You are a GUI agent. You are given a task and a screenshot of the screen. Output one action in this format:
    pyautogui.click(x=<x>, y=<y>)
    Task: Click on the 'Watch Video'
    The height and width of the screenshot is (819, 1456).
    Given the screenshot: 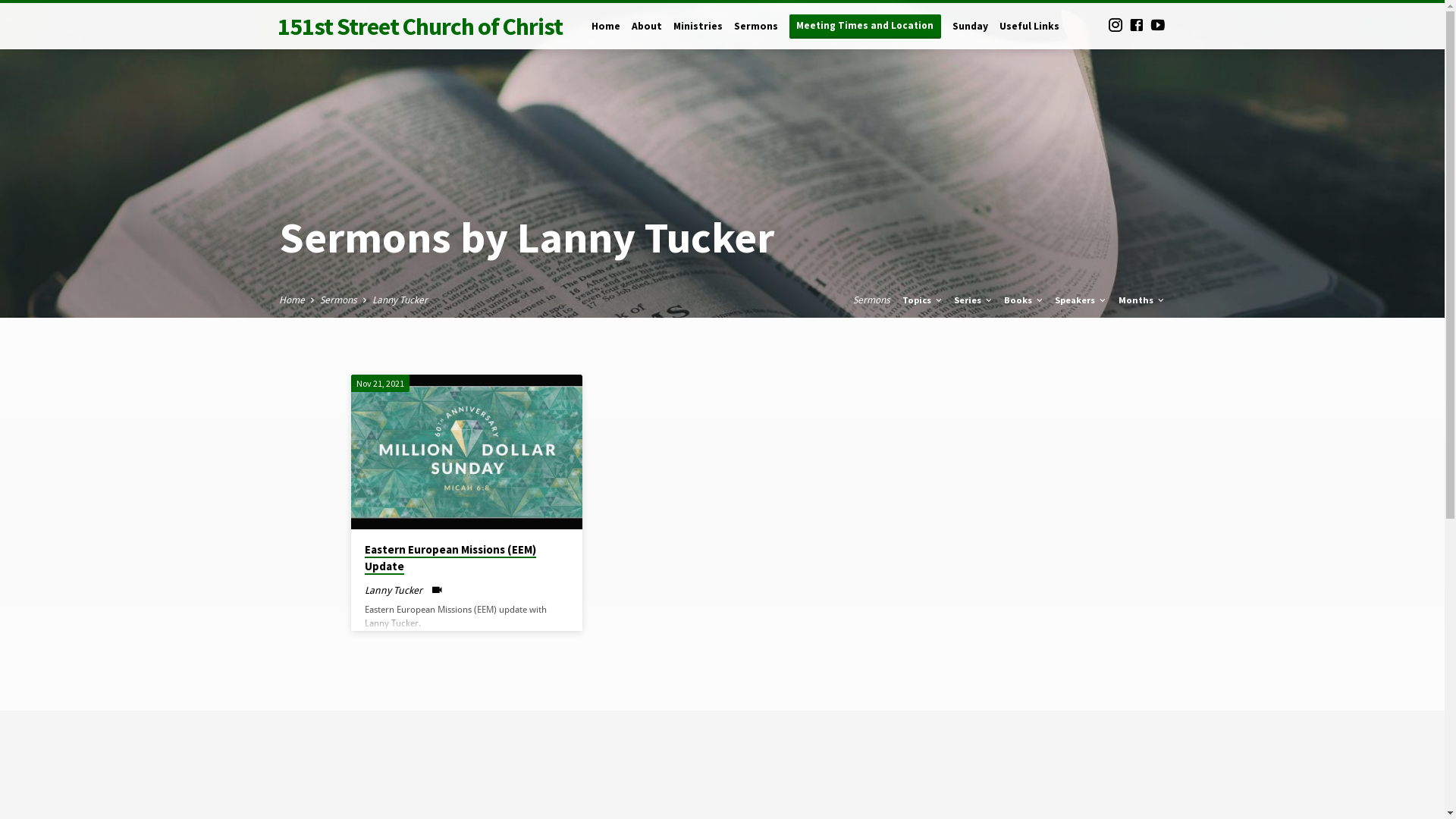 What is the action you would take?
    pyautogui.click(x=436, y=589)
    